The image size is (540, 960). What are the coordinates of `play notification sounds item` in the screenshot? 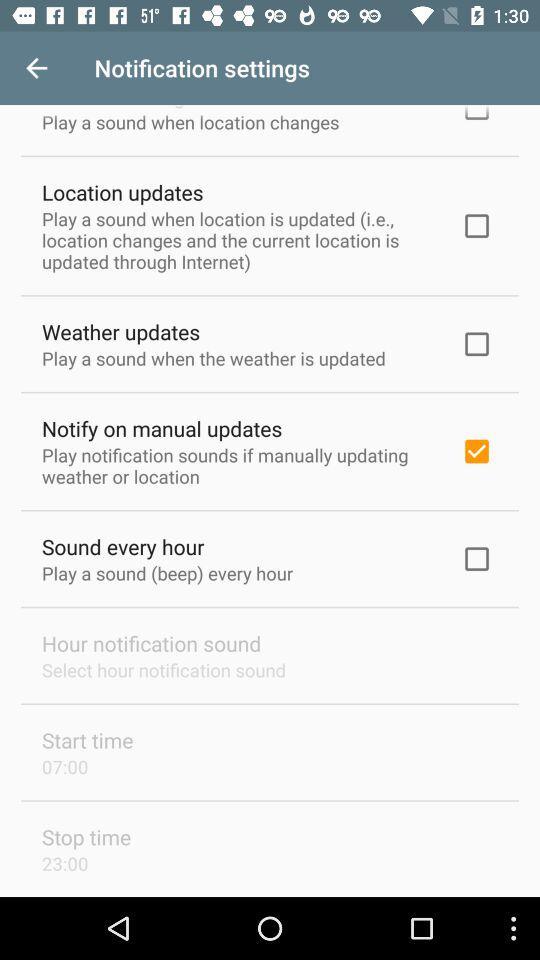 It's located at (238, 465).